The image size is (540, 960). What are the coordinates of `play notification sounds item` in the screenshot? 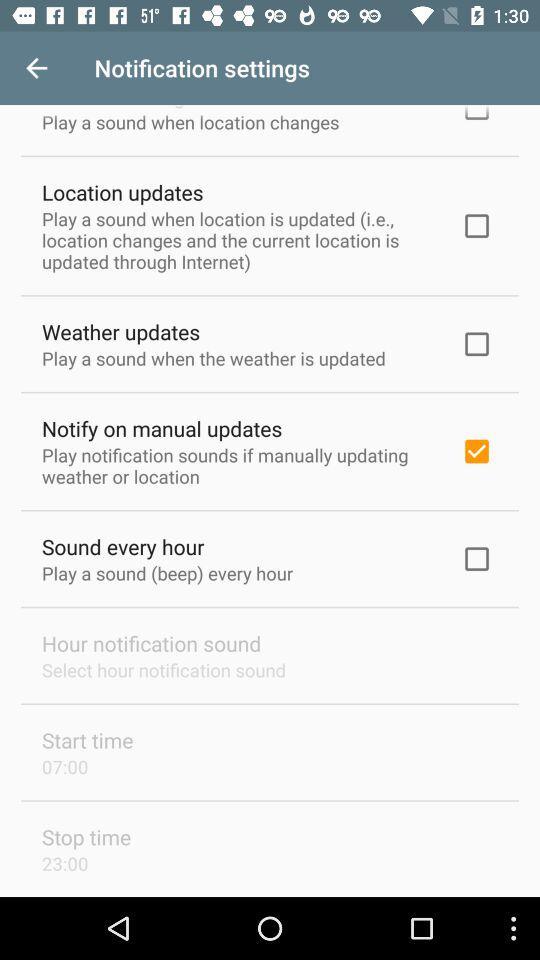 It's located at (238, 465).